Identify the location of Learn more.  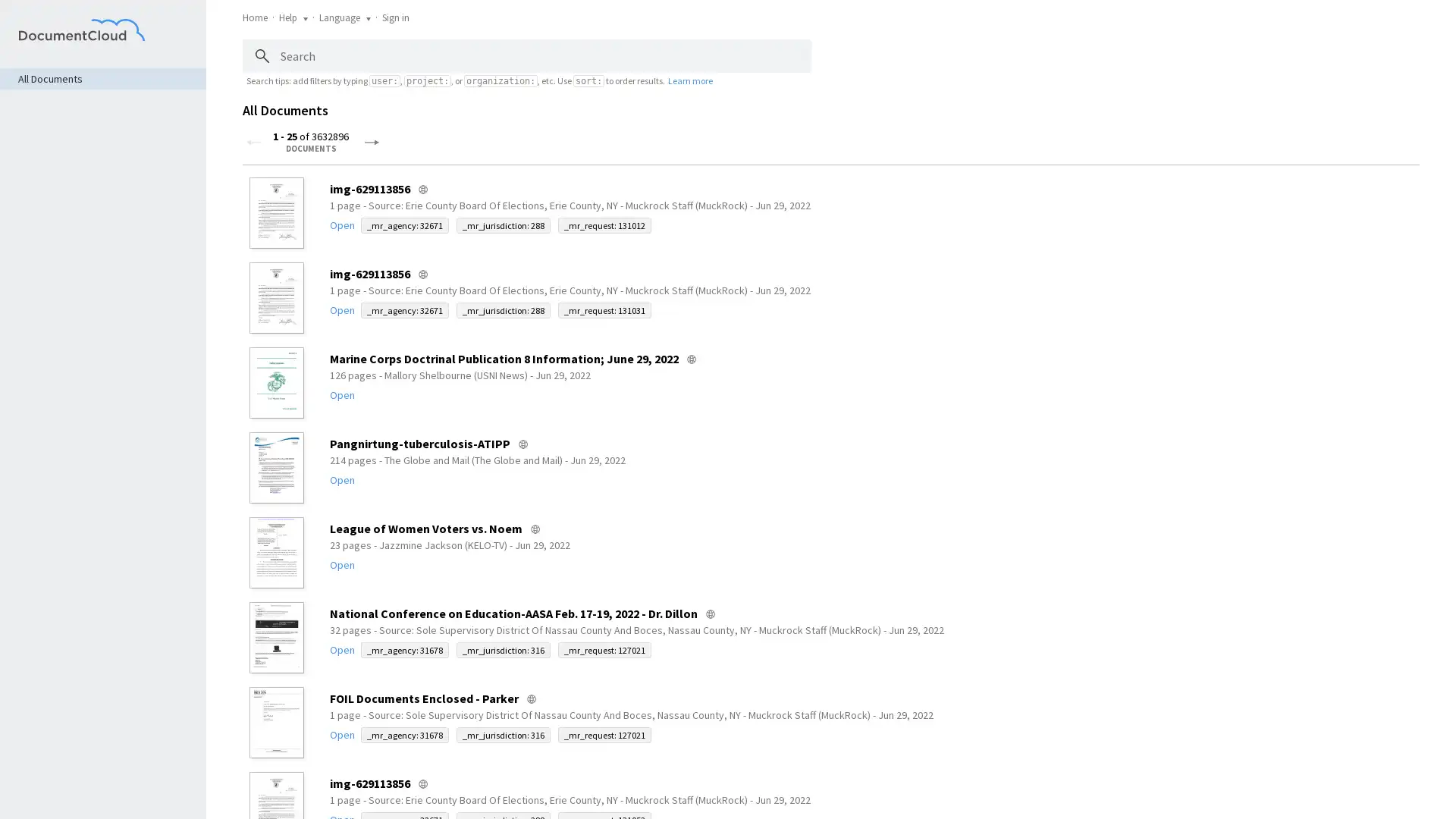
(689, 80).